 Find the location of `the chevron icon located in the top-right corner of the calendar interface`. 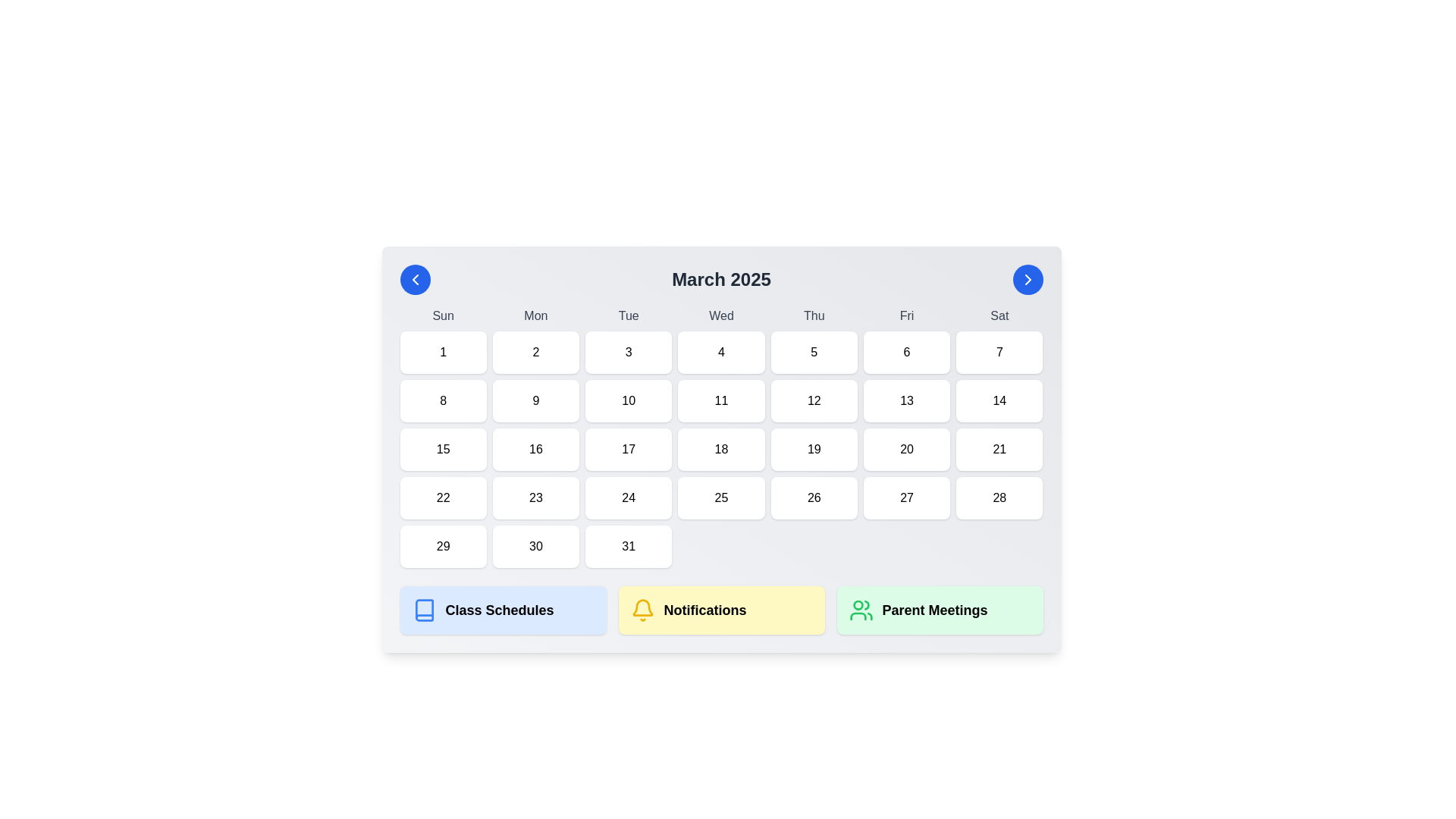

the chevron icon located in the top-right corner of the calendar interface is located at coordinates (1028, 280).